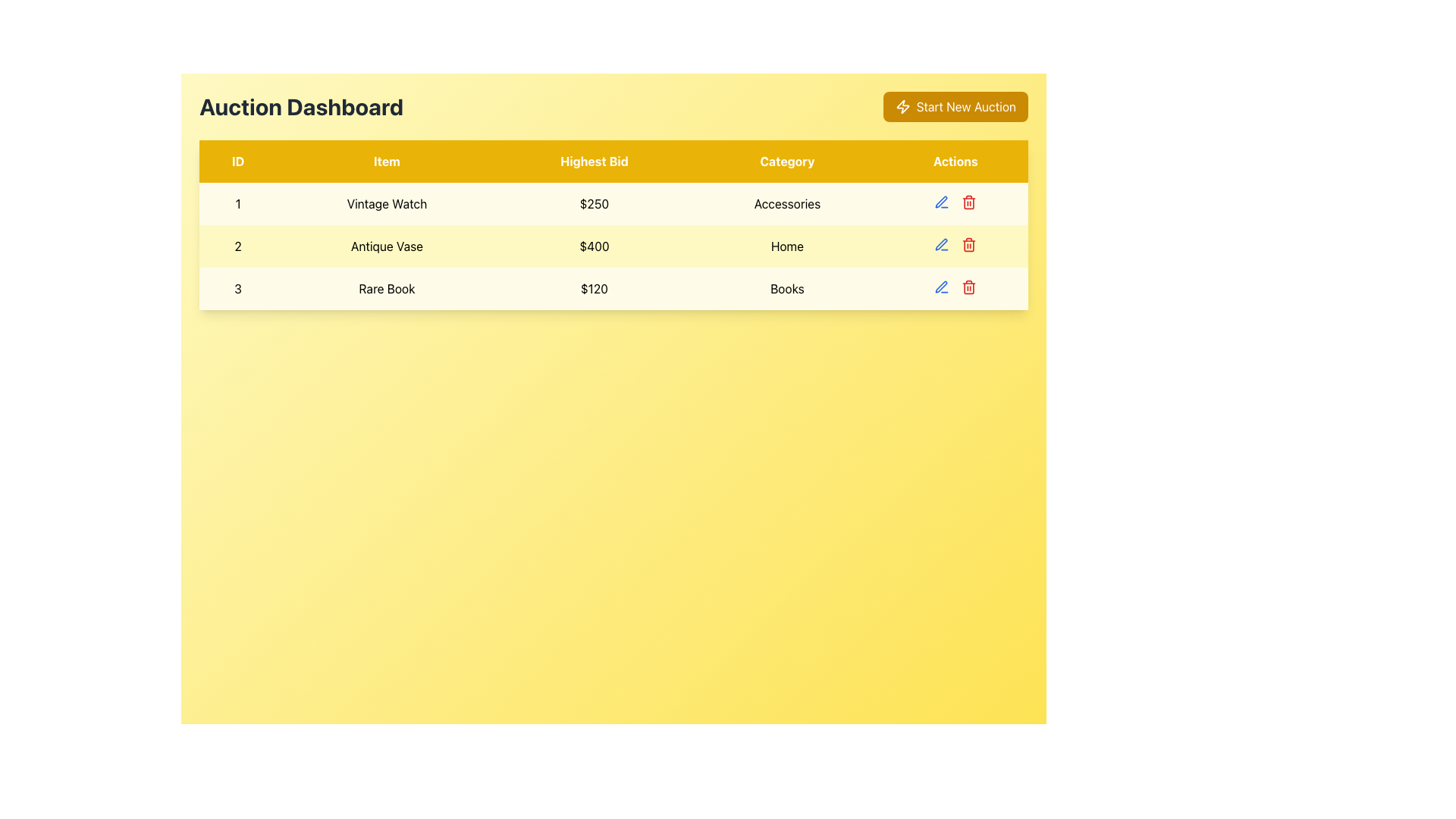  What do you see at coordinates (787, 289) in the screenshot?
I see `the 'Books' text label located in the third row of the table under the 'Category' column` at bounding box center [787, 289].